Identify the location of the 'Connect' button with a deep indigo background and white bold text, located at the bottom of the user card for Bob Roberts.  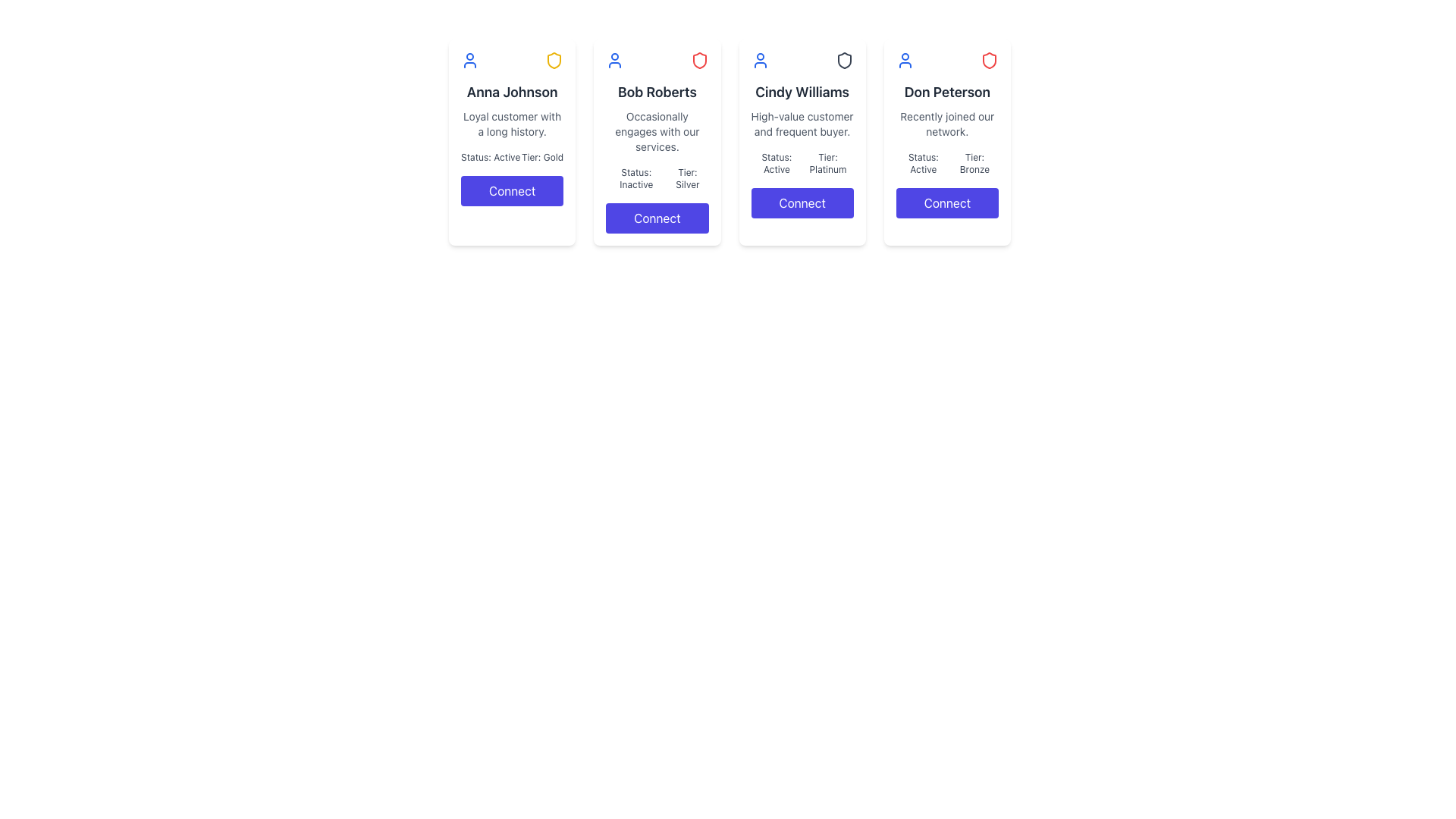
(657, 218).